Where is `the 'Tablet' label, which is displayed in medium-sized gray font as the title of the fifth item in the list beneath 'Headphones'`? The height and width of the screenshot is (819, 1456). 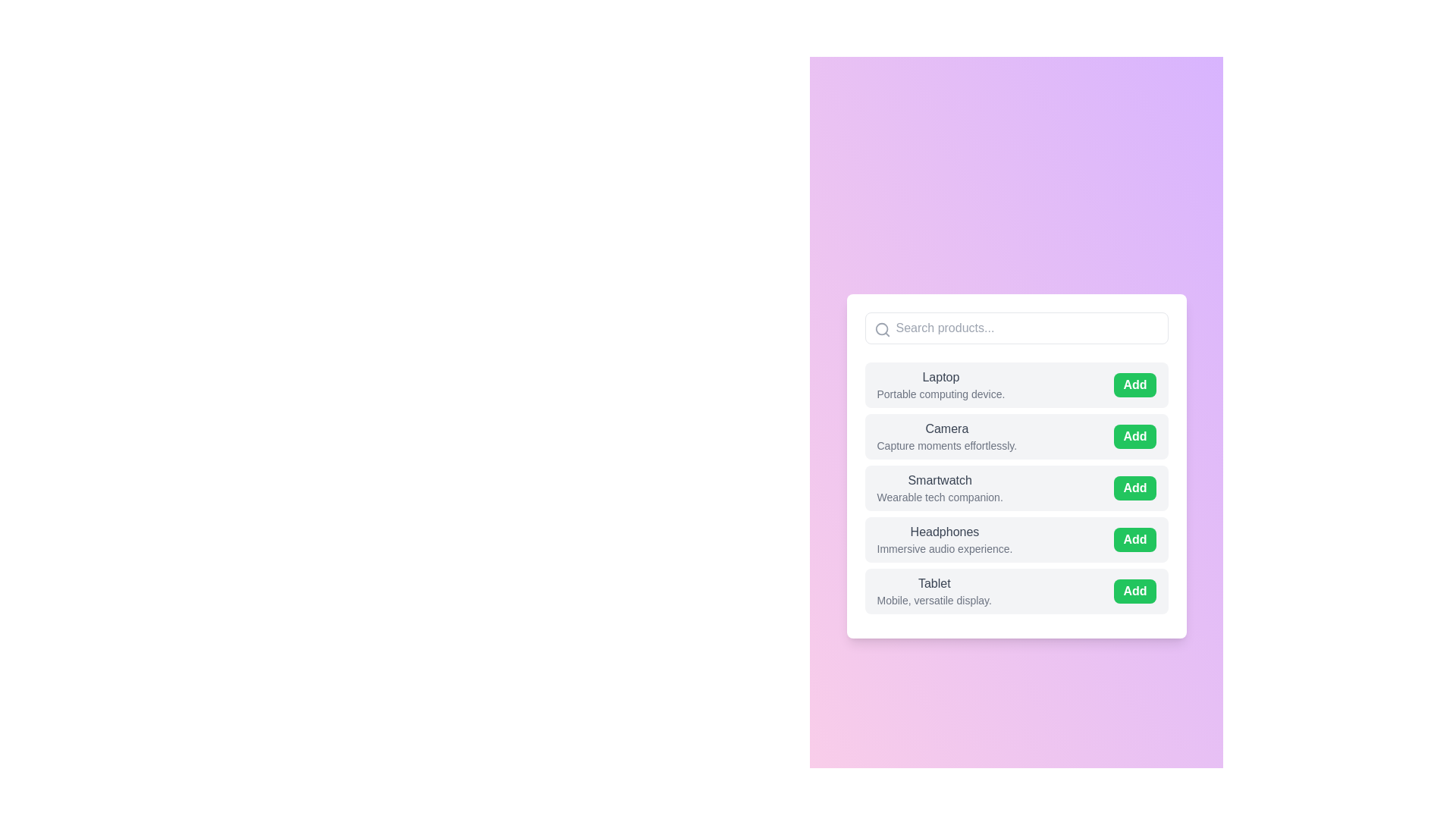 the 'Tablet' label, which is displayed in medium-sized gray font as the title of the fifth item in the list beneath 'Headphones' is located at coordinates (934, 583).